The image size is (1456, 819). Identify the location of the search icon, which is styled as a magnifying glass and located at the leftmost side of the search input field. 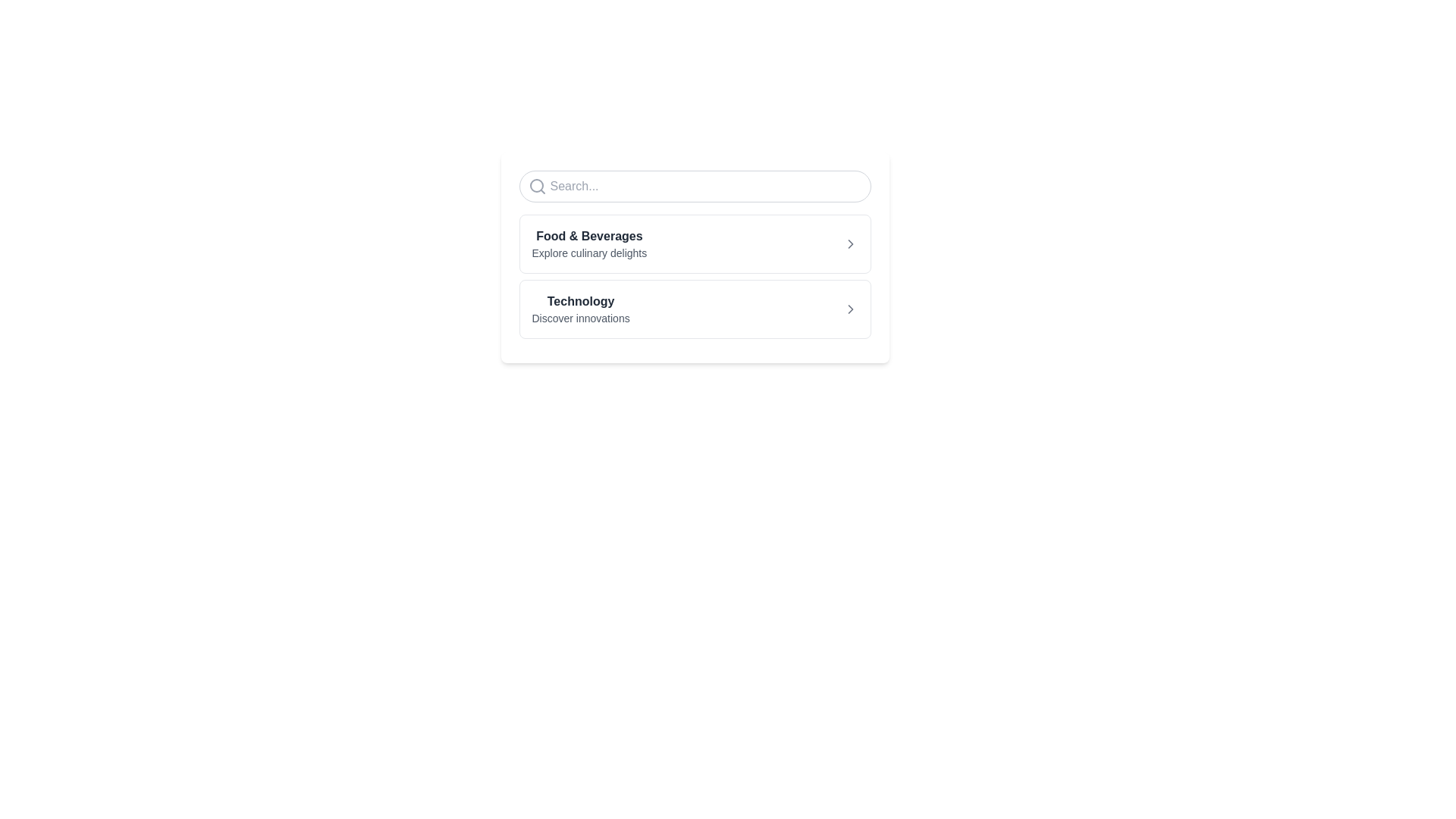
(537, 186).